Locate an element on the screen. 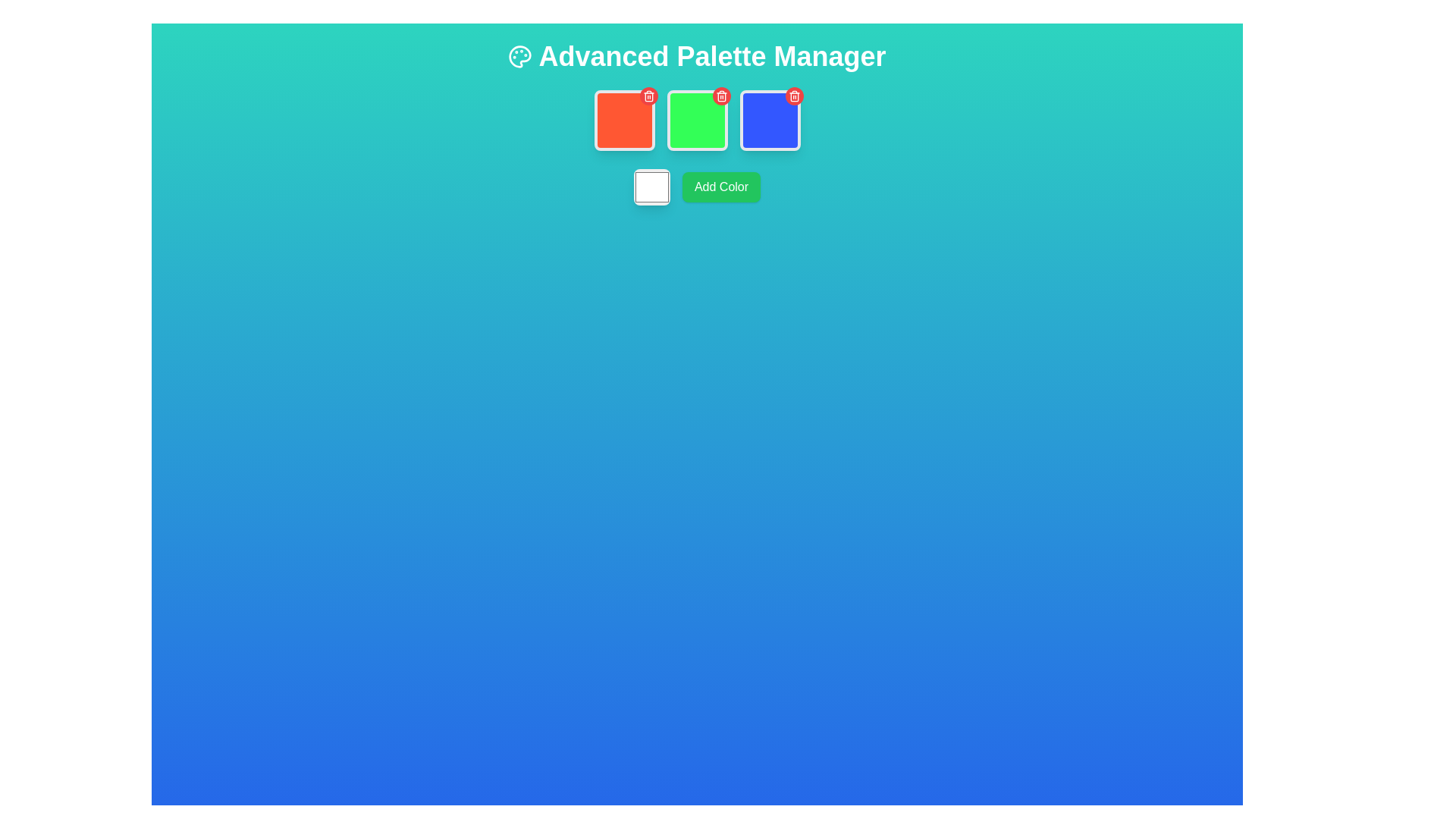 The width and height of the screenshot is (1456, 819). the painter's palette icon located to the left of 'Advanced Palette Manager' in the title header section is located at coordinates (520, 55).